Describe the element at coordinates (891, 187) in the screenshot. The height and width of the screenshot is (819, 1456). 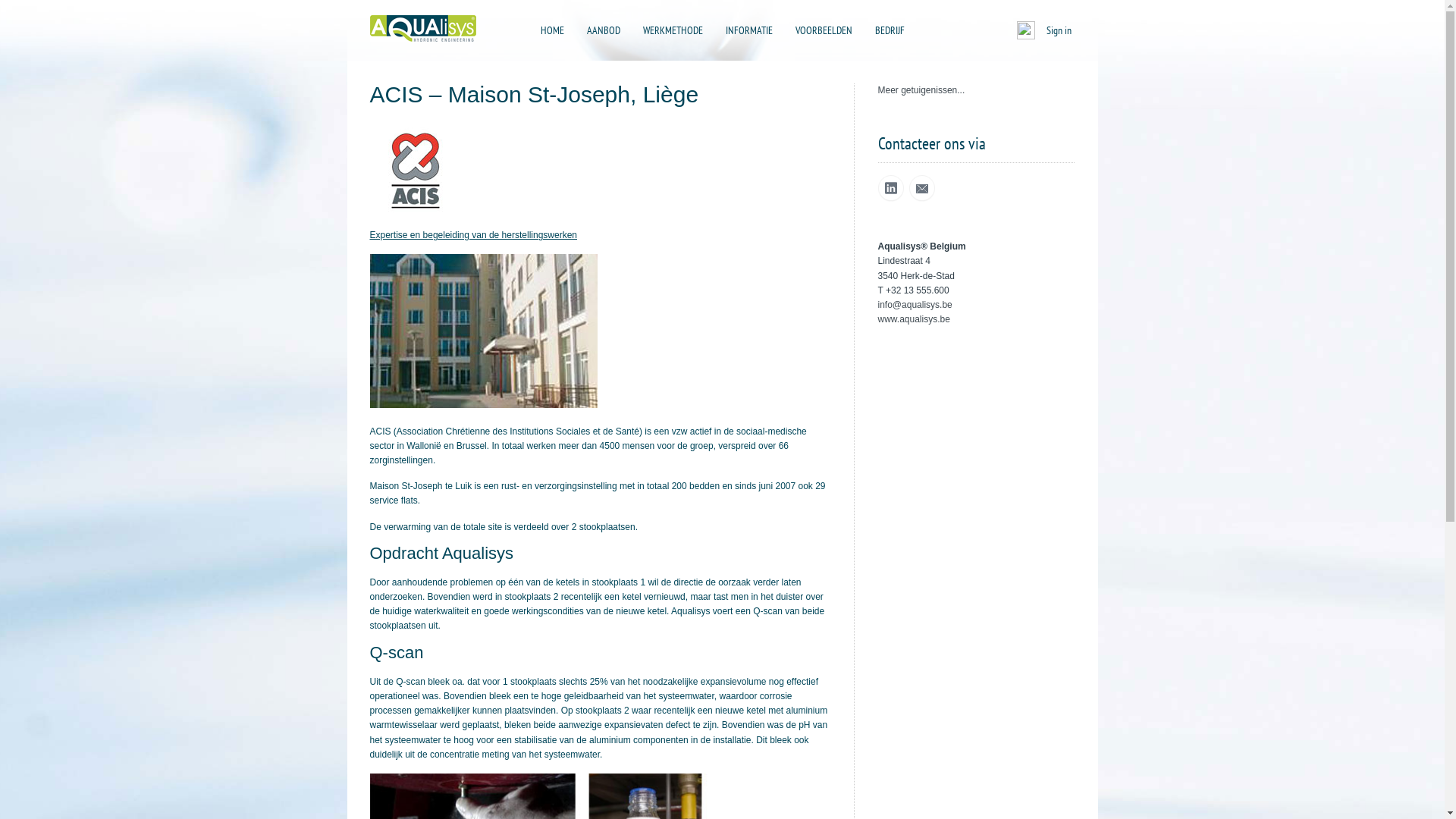
I see `'Linked In'` at that location.